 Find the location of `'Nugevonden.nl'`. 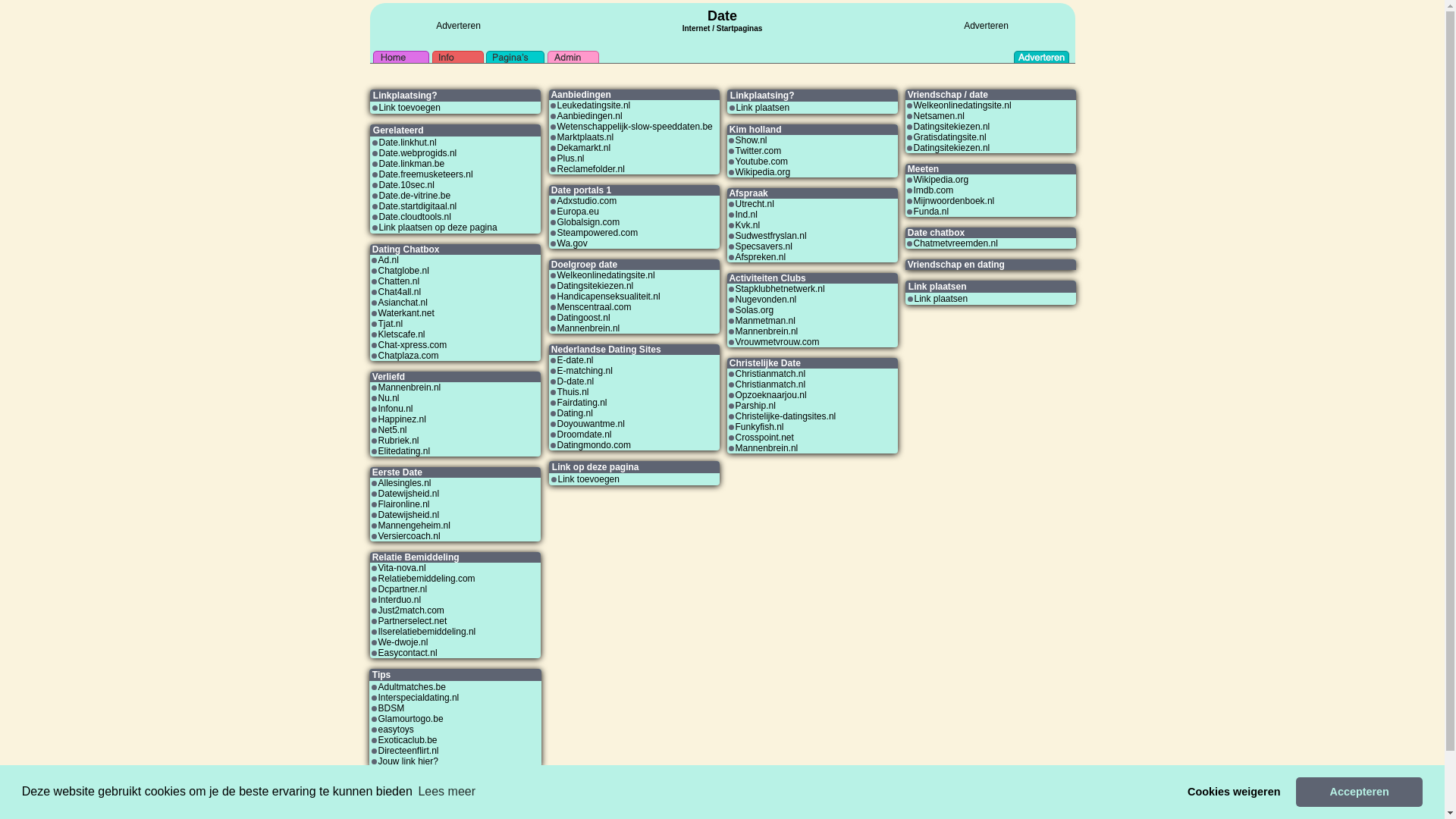

'Nugevonden.nl' is located at coordinates (766, 299).